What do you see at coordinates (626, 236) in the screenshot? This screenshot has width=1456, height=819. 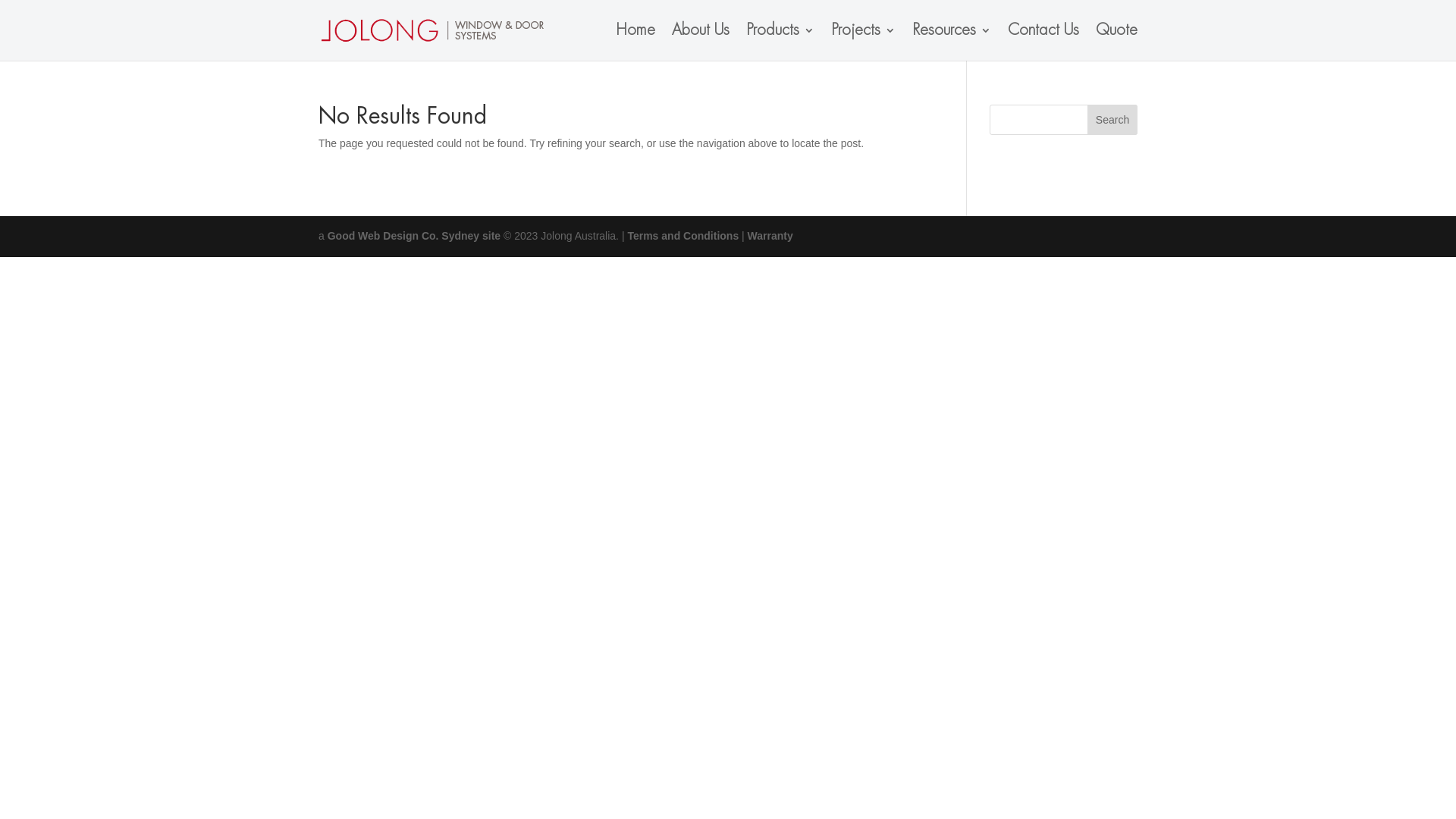 I see `'Terms and Conditions'` at bounding box center [626, 236].